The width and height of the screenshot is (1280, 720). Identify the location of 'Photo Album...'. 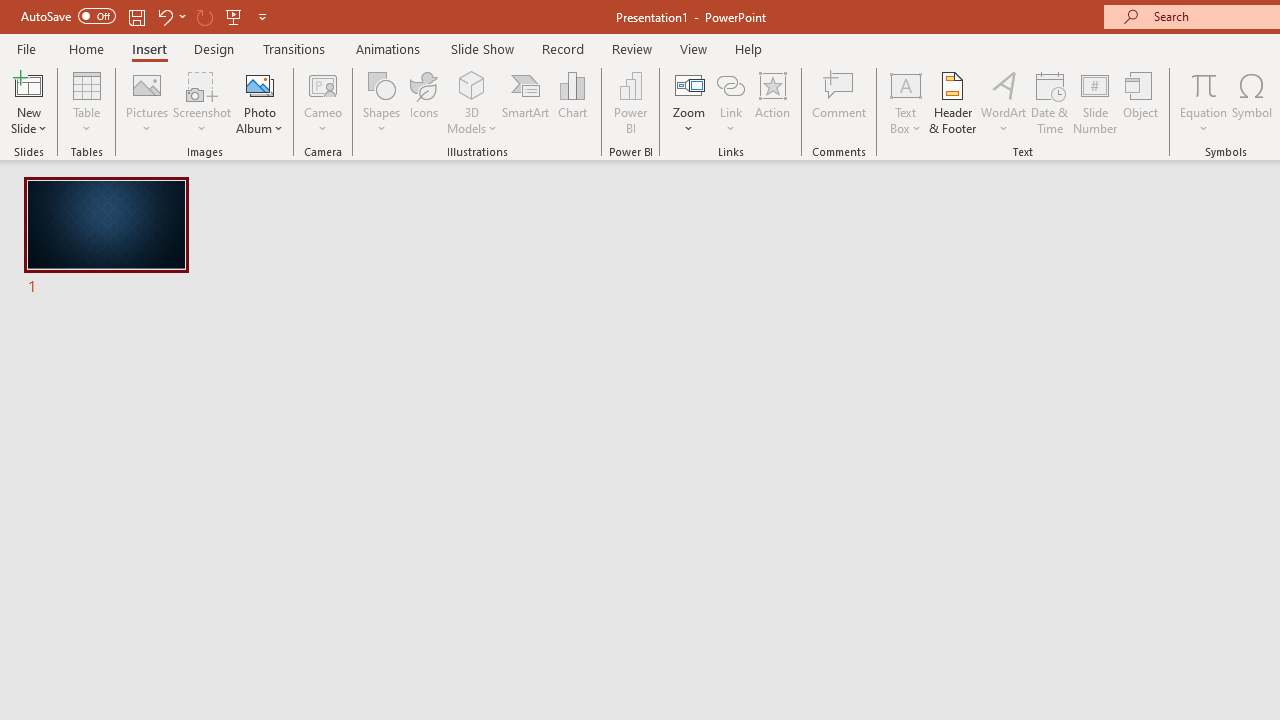
(258, 103).